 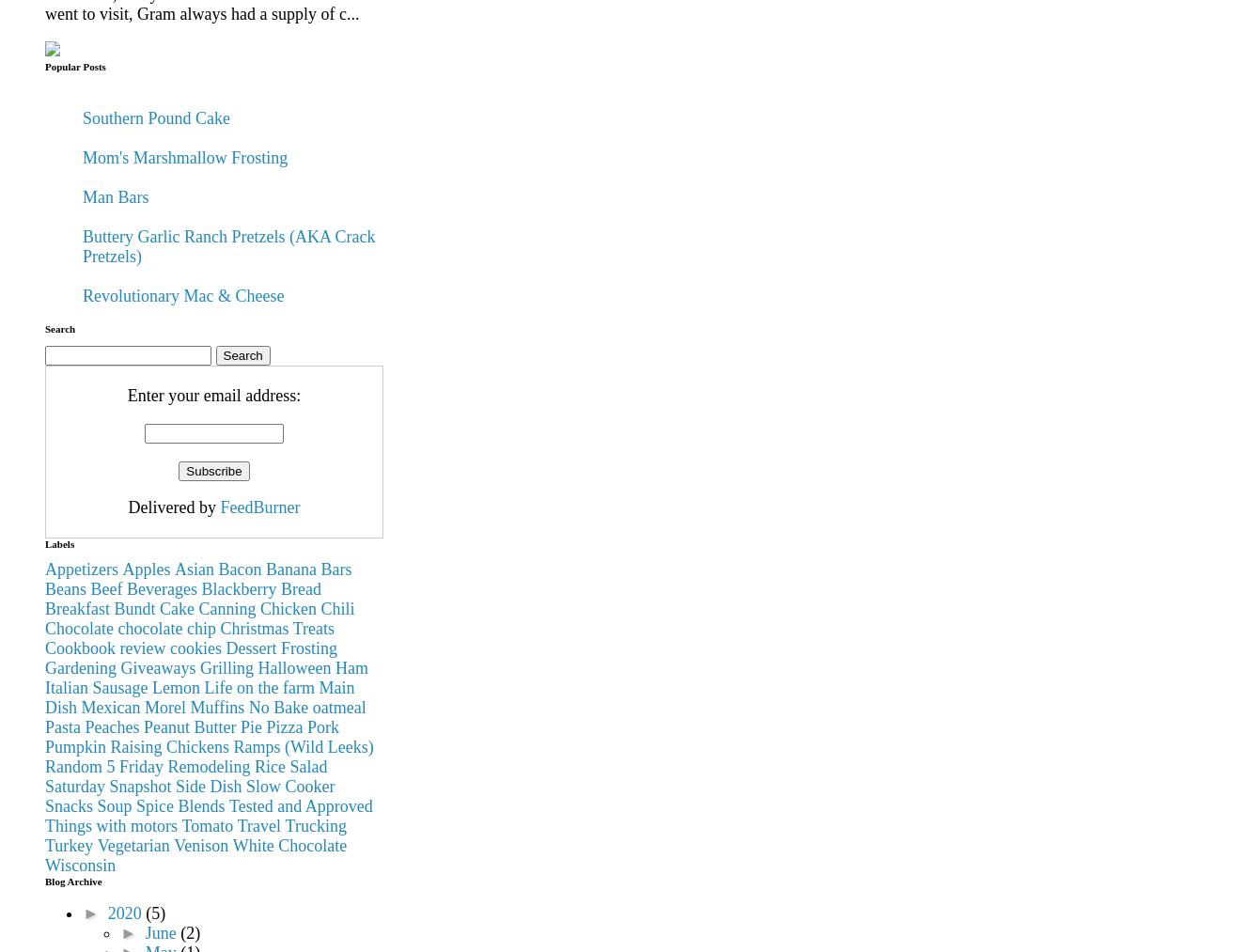 I want to click on 'Apples', so click(x=145, y=569).